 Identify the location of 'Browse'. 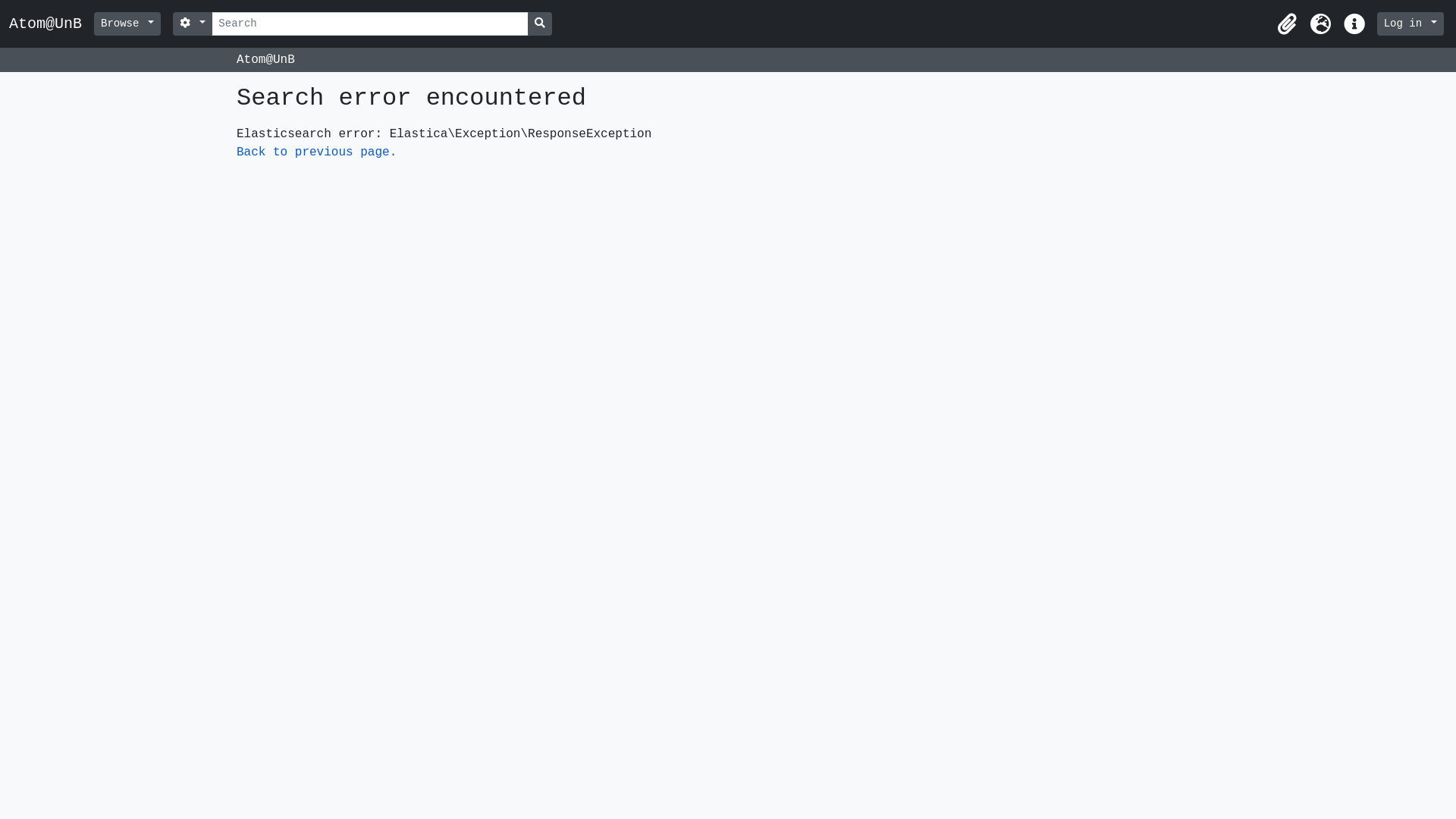
(127, 24).